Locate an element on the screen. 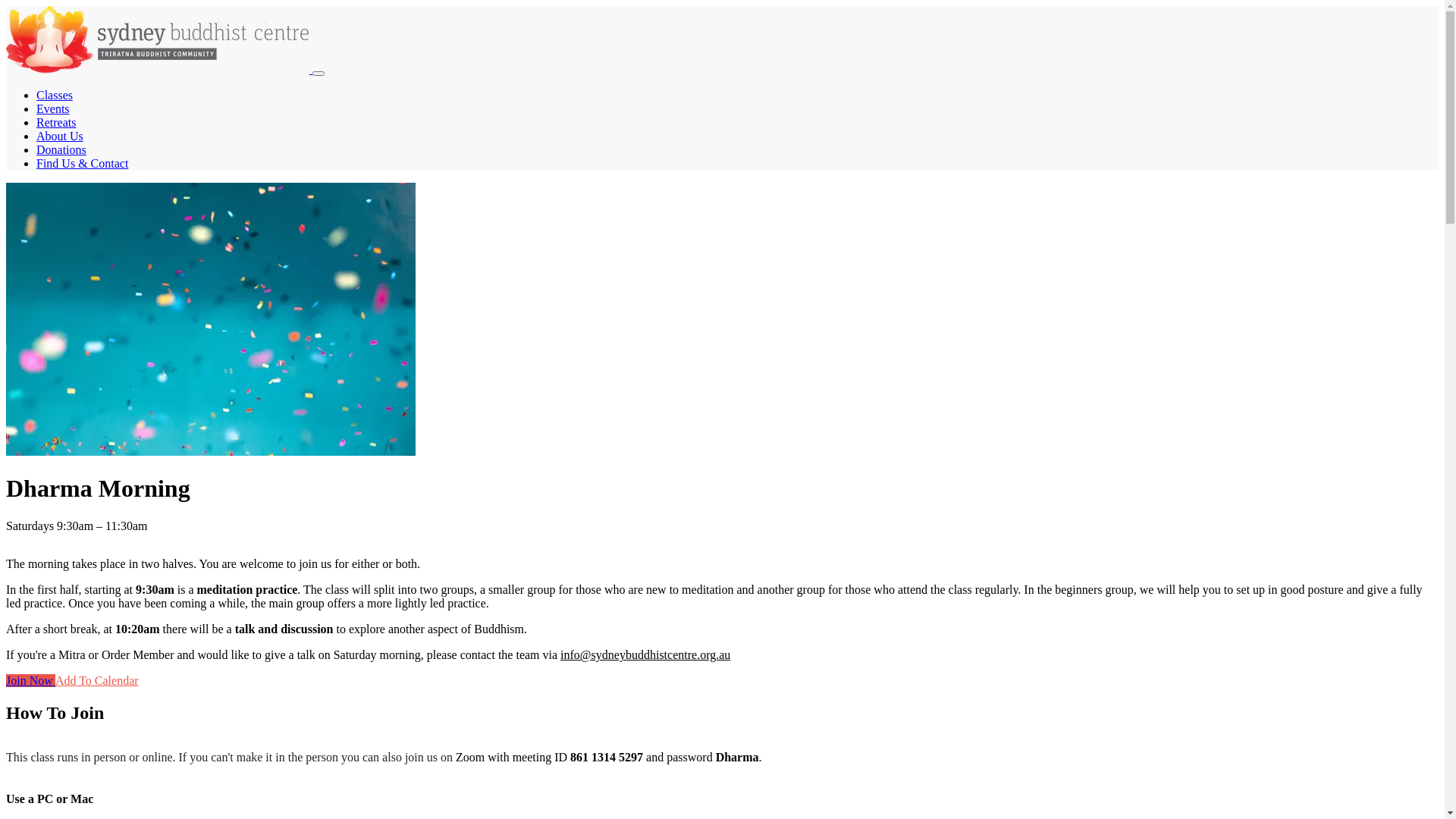 The height and width of the screenshot is (819, 1456). 'Retreats' is located at coordinates (55, 121).